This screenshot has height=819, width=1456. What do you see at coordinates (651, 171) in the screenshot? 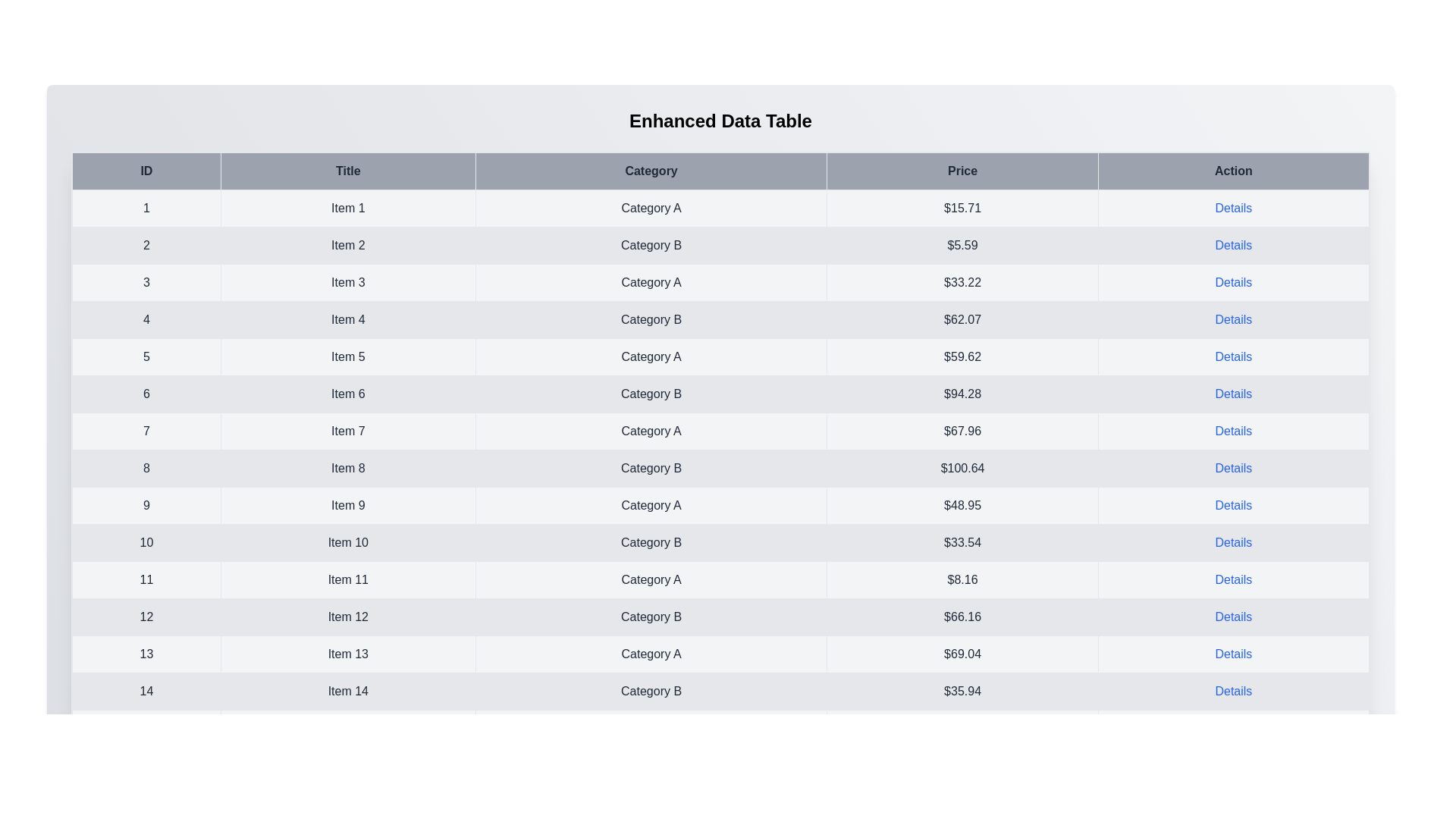
I see `the column header Category to sort the table by that column` at bounding box center [651, 171].